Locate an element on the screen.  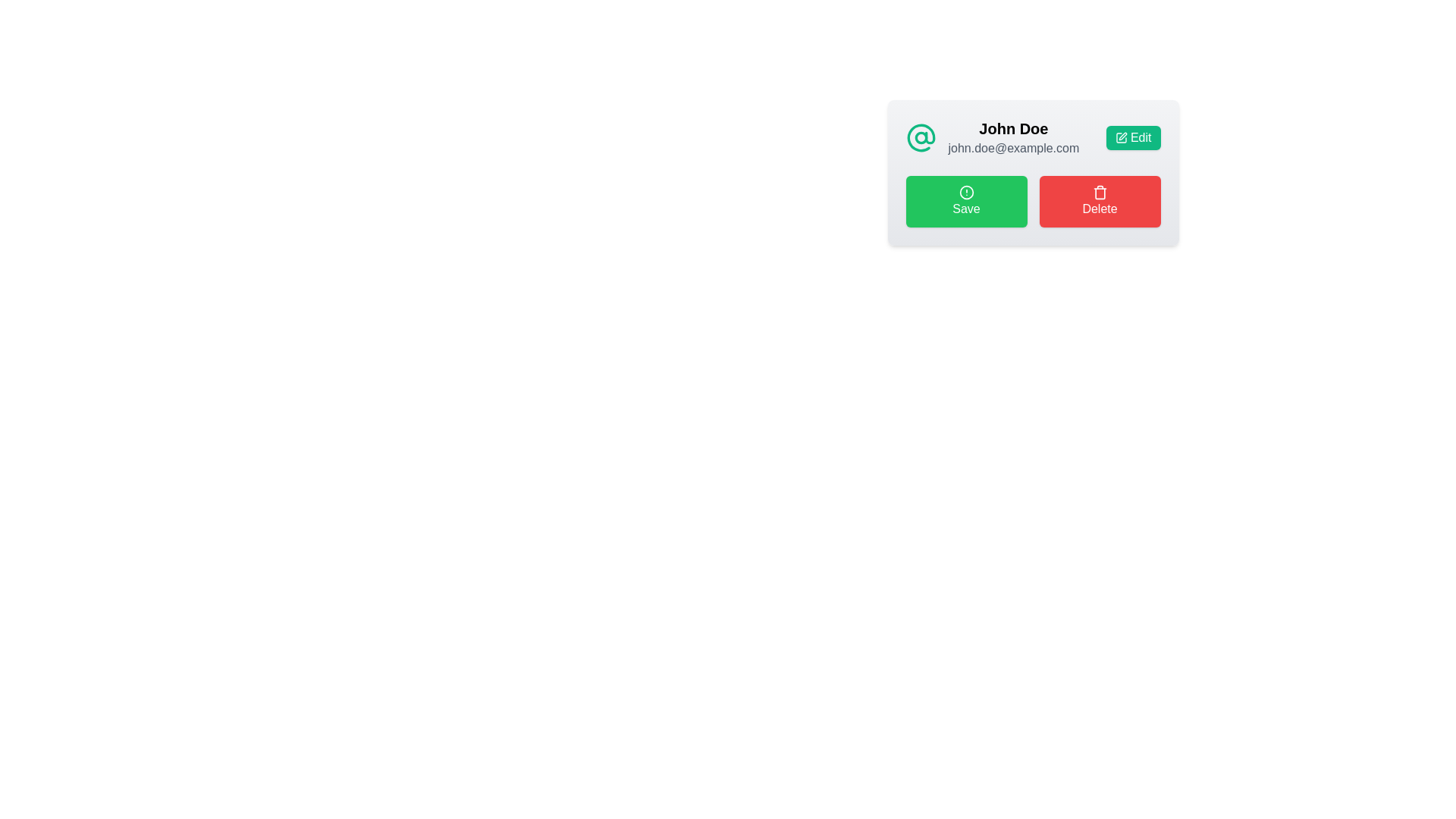
the non-interactive text label displaying the email address associated with user 'John Doe', located below the 'John Doe' text is located at coordinates (1013, 149).